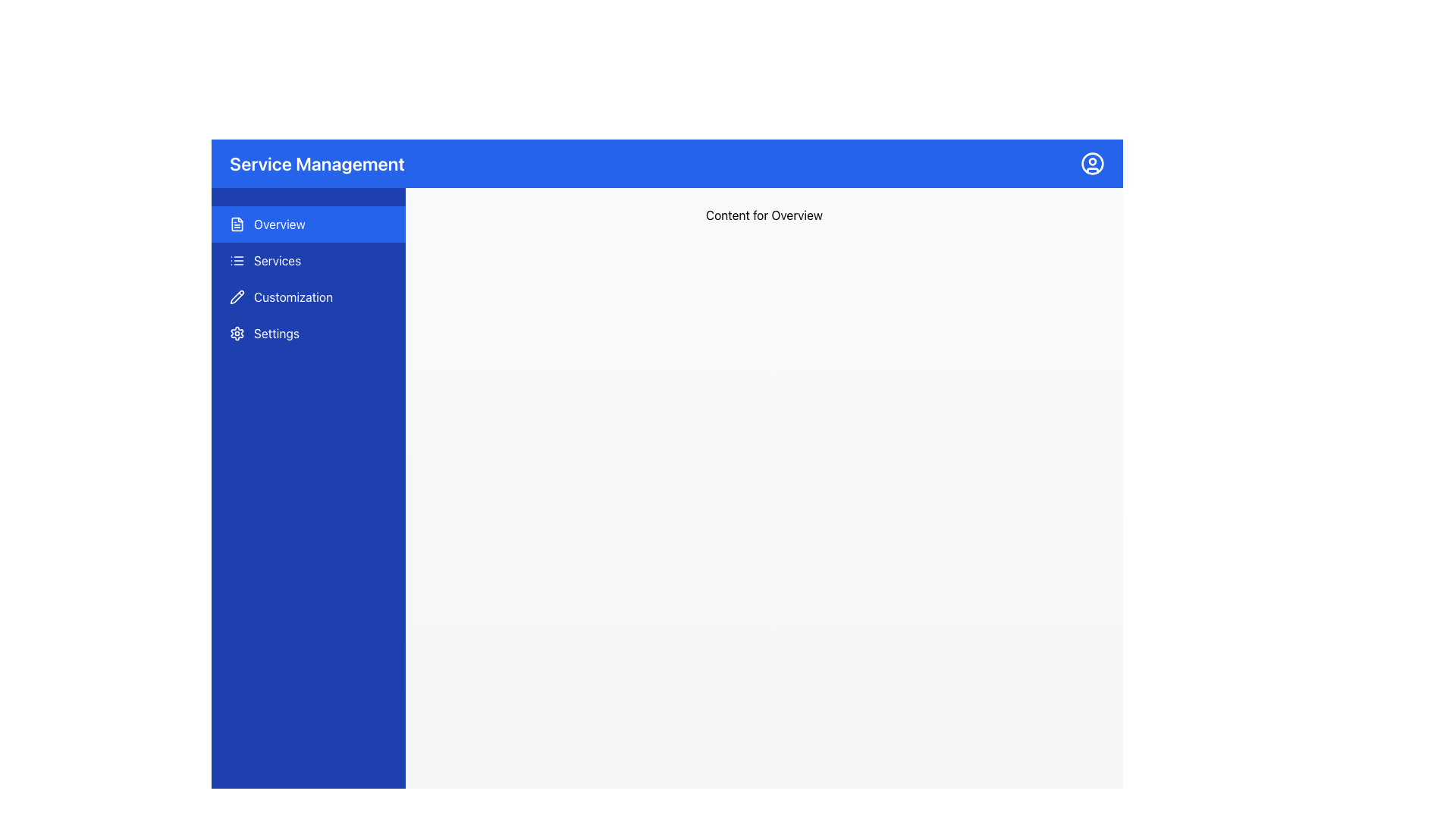 The height and width of the screenshot is (819, 1456). I want to click on the third navigation item in the vertical menu, labeled 'Customization' with a blue background and a pencil icon, so click(308, 297).